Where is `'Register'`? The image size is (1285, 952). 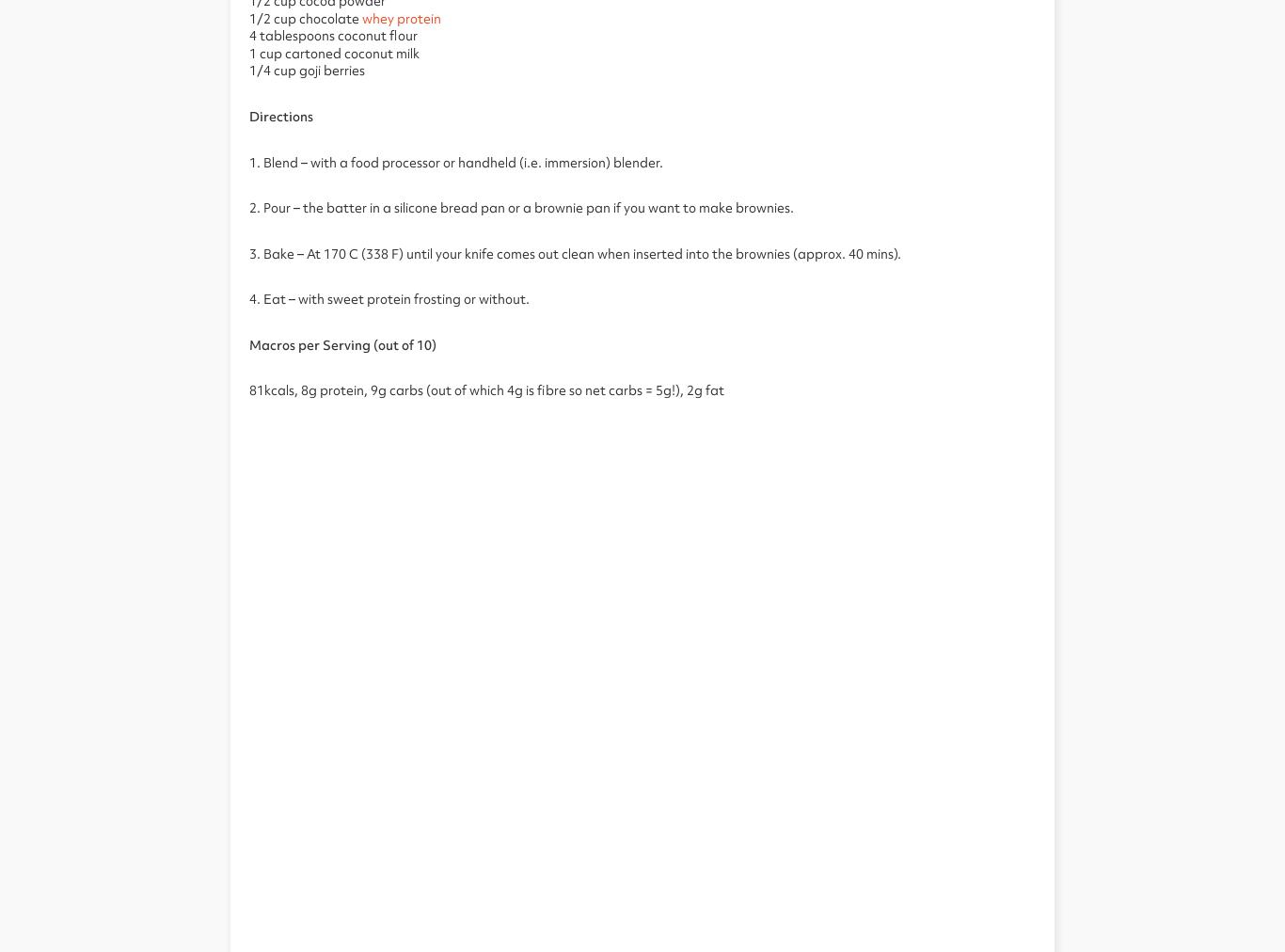
'Register' is located at coordinates (516, 97).